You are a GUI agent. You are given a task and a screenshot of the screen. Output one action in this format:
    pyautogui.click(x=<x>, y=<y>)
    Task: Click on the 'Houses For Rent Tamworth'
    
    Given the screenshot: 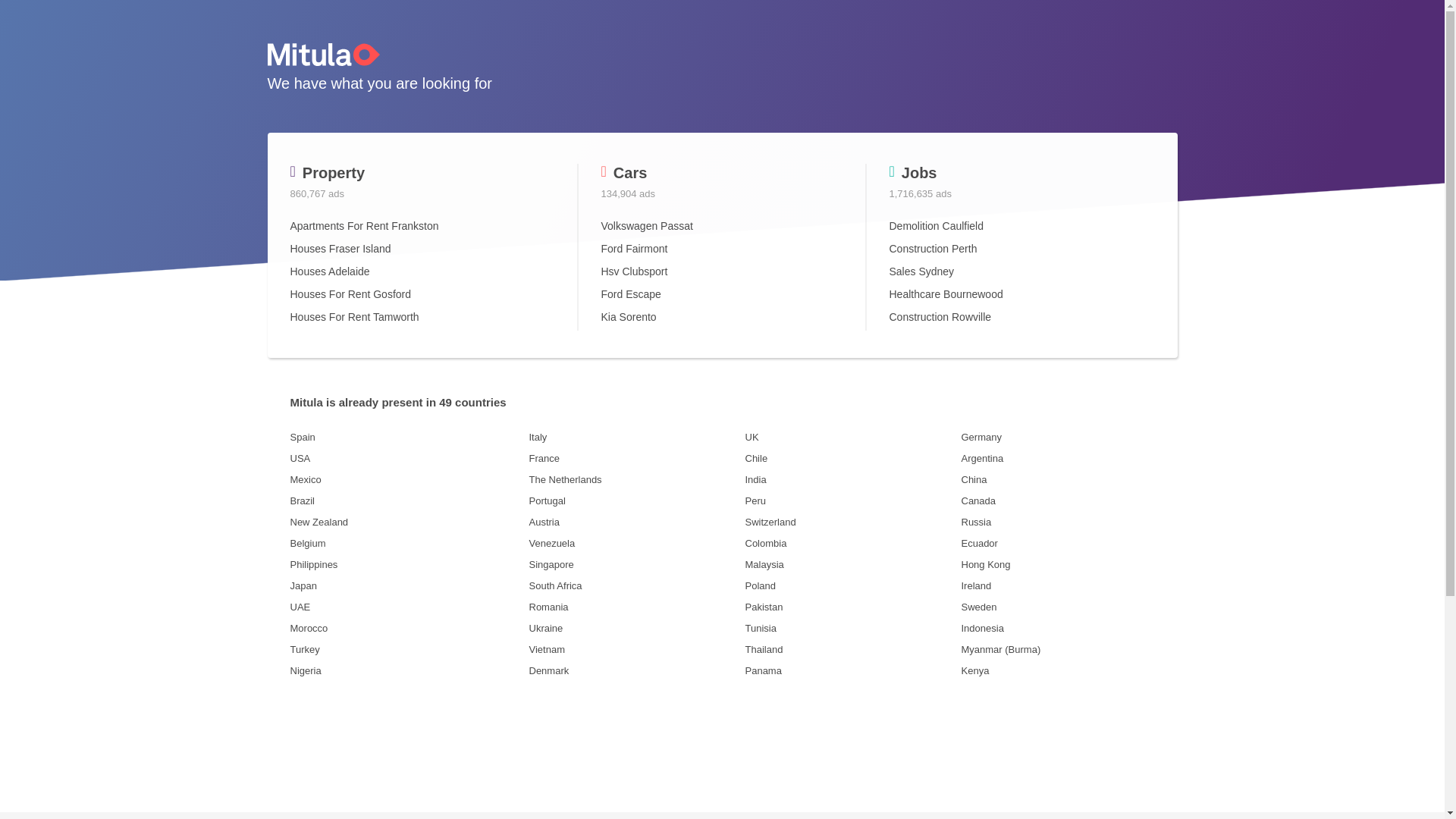 What is the action you would take?
    pyautogui.click(x=353, y=315)
    